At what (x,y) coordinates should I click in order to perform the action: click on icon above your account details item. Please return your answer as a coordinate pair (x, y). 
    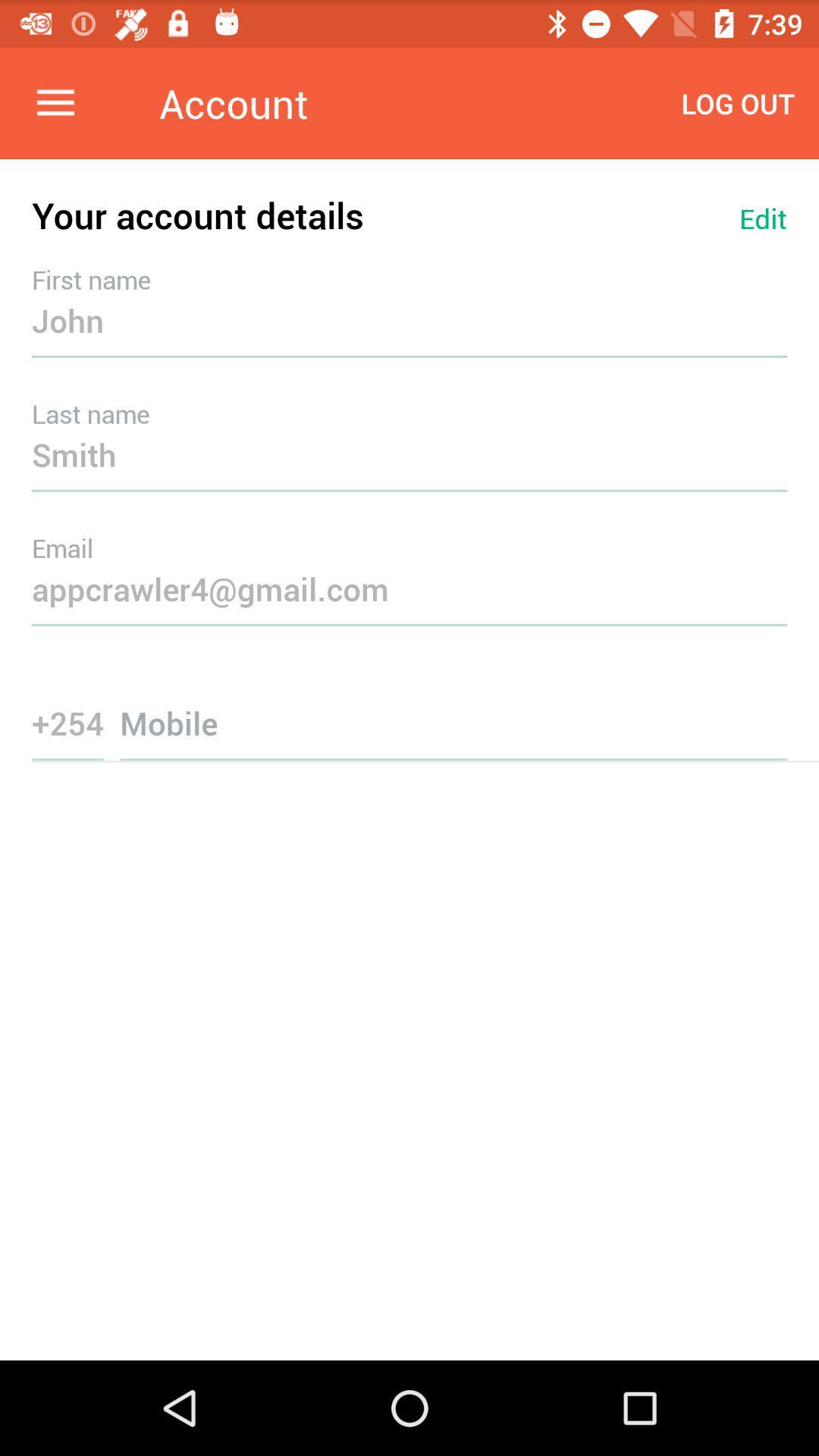
    Looking at the image, I should click on (737, 102).